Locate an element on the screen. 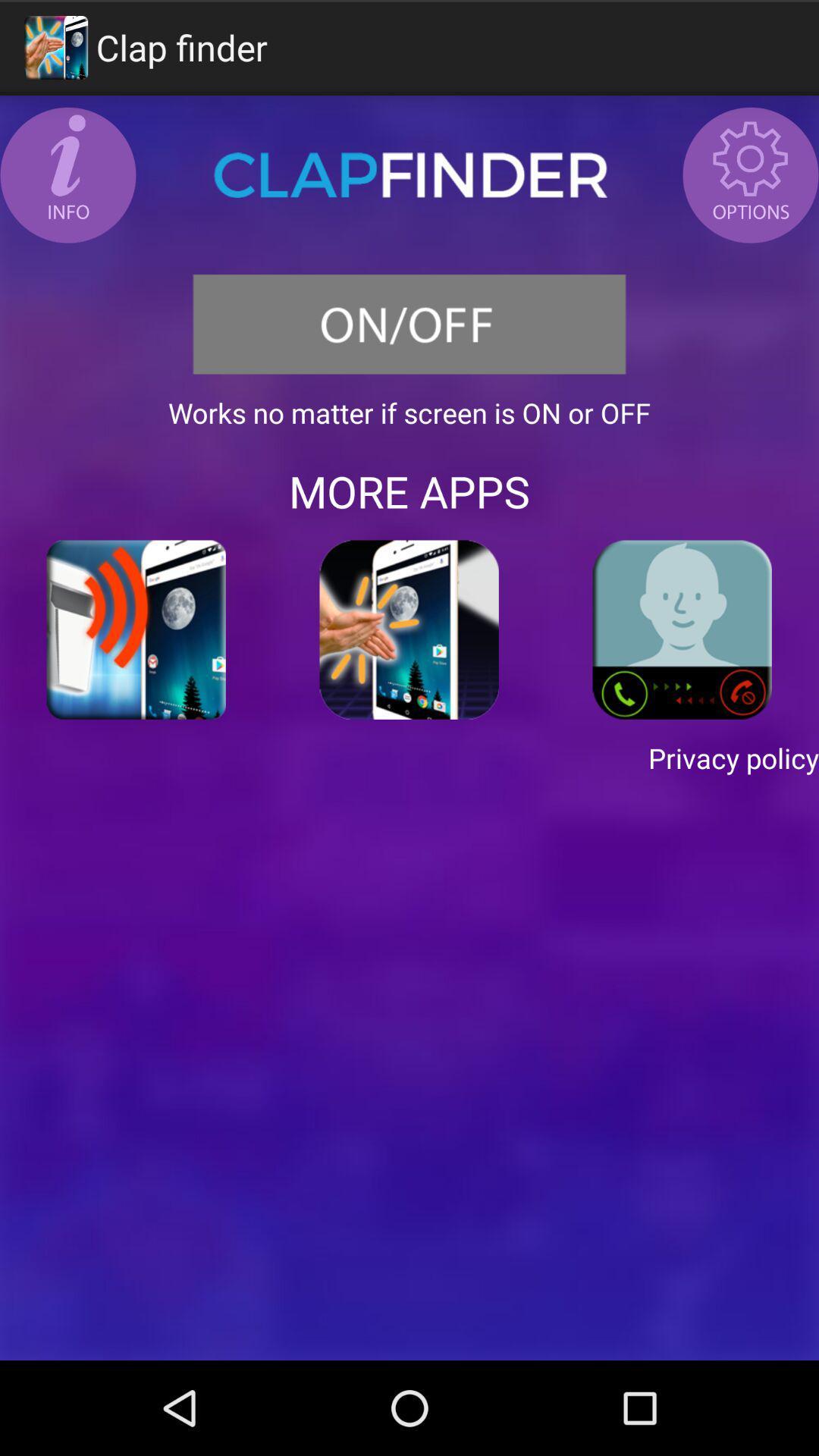 Image resolution: width=819 pixels, height=1456 pixels. the app below works no matter item is located at coordinates (409, 491).